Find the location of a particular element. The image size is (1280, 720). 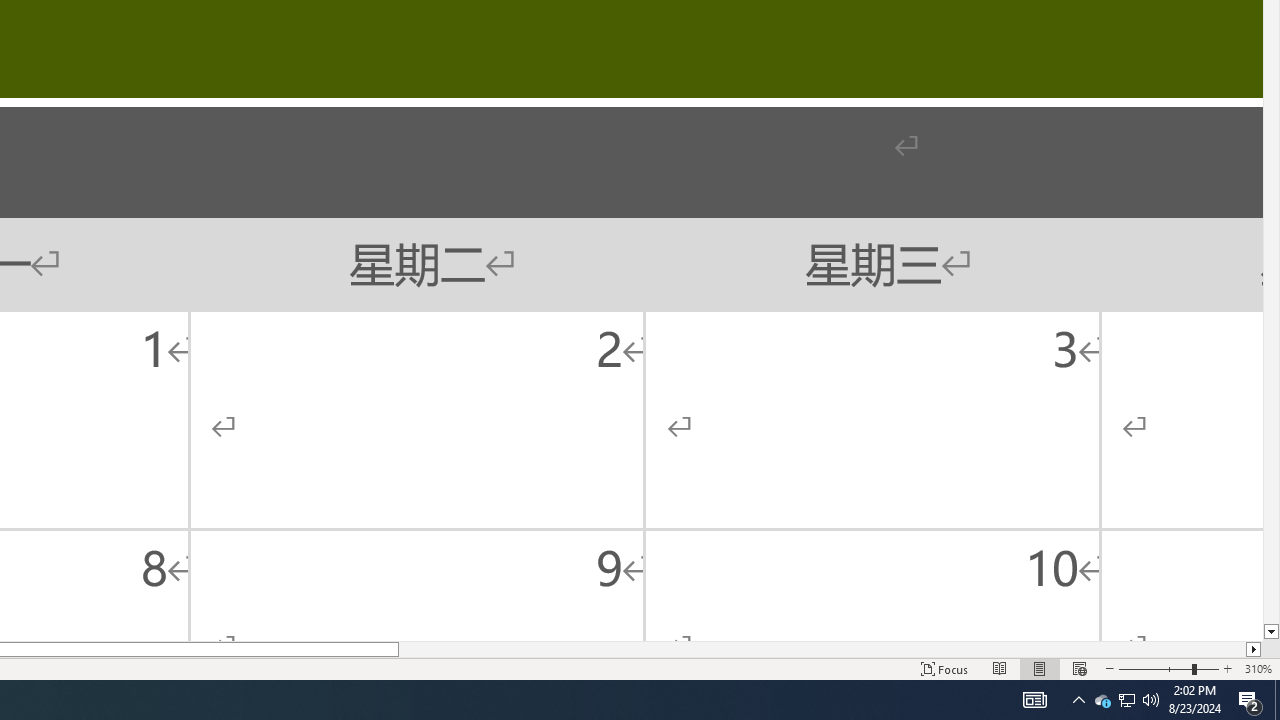

'Web Layout' is located at coordinates (1078, 669).